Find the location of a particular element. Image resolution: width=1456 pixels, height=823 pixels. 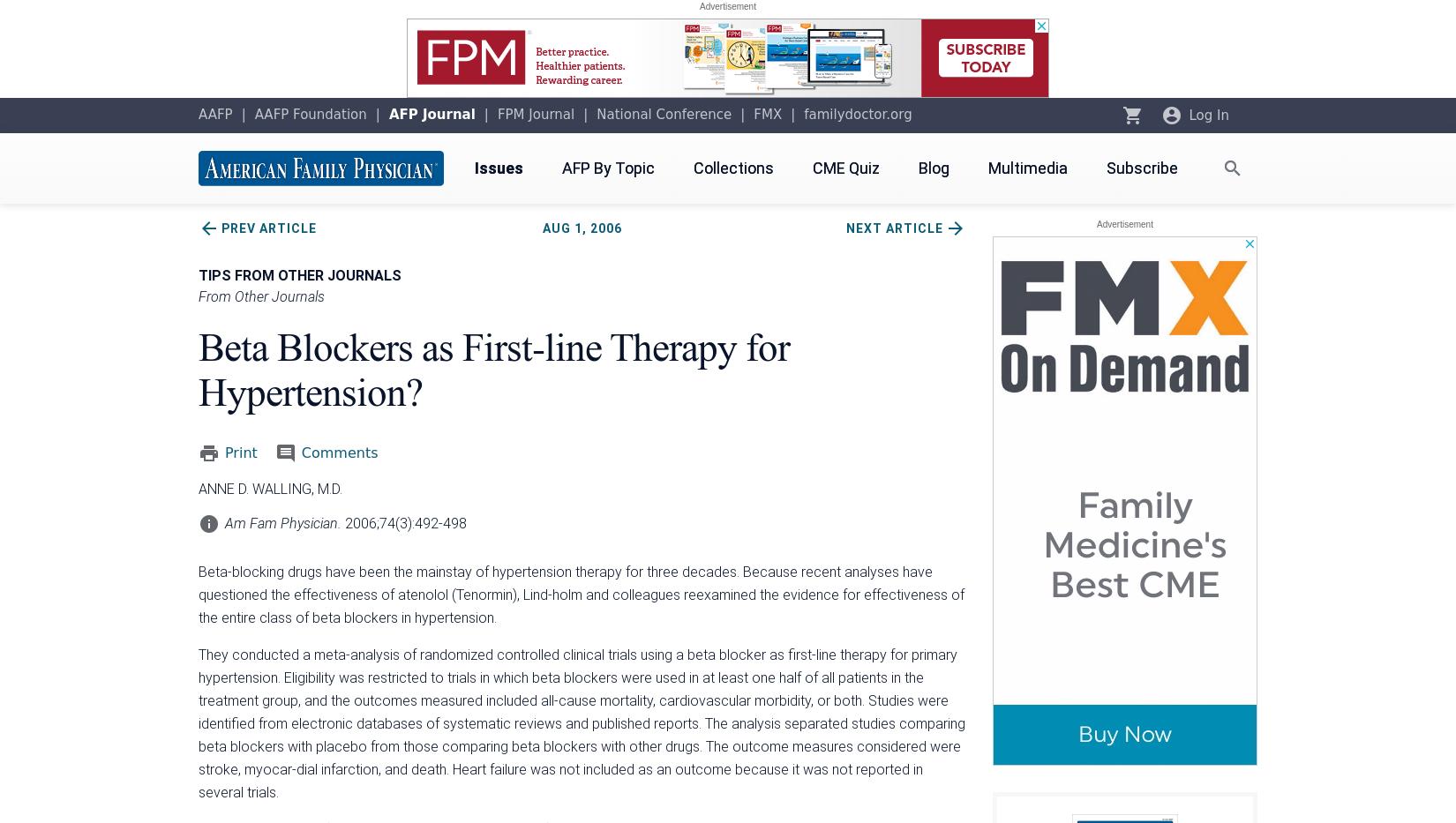

'Oct 2023' is located at coordinates (1123, 361).